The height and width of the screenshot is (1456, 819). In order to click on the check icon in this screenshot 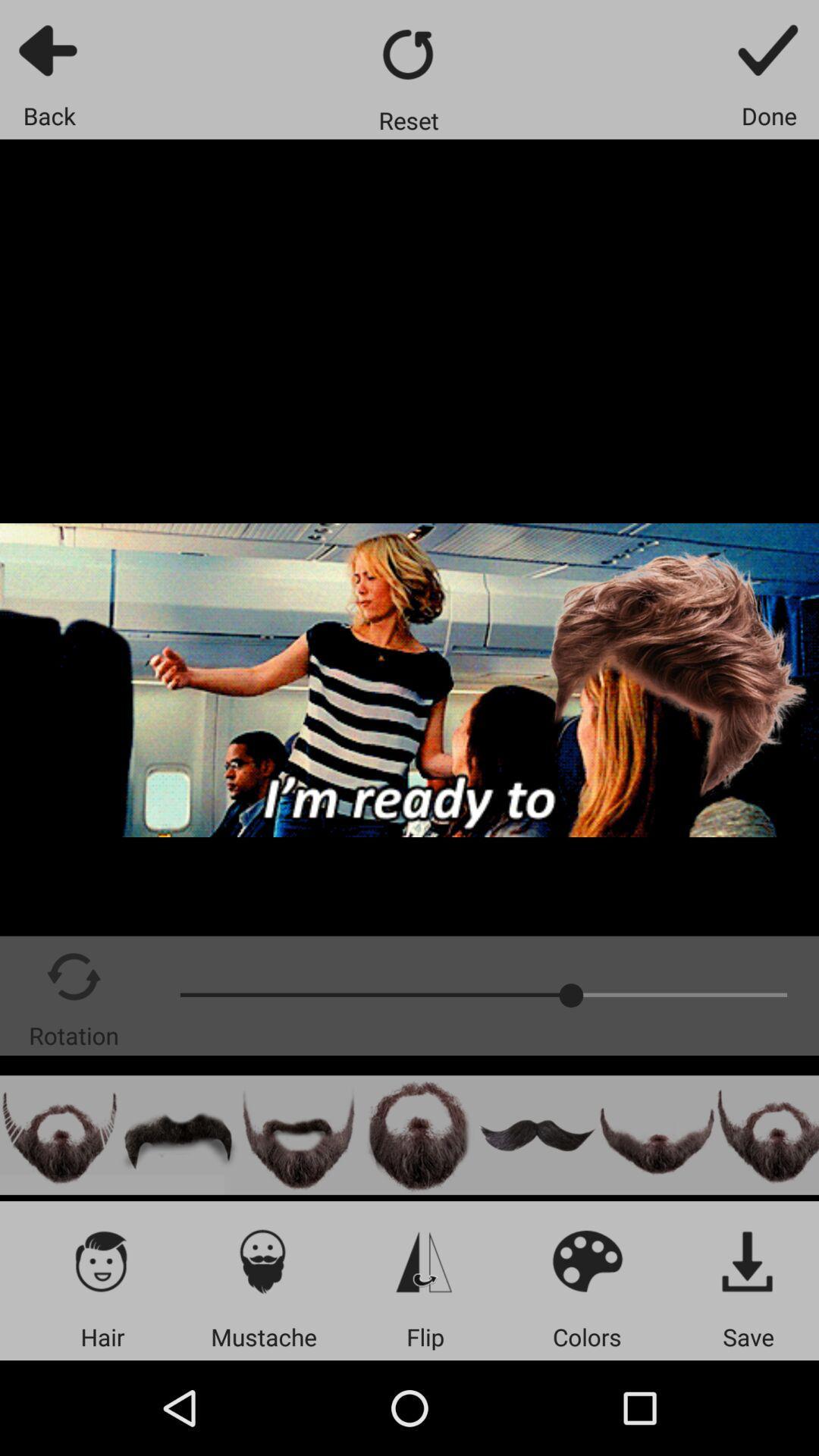, I will do `click(769, 49)`.